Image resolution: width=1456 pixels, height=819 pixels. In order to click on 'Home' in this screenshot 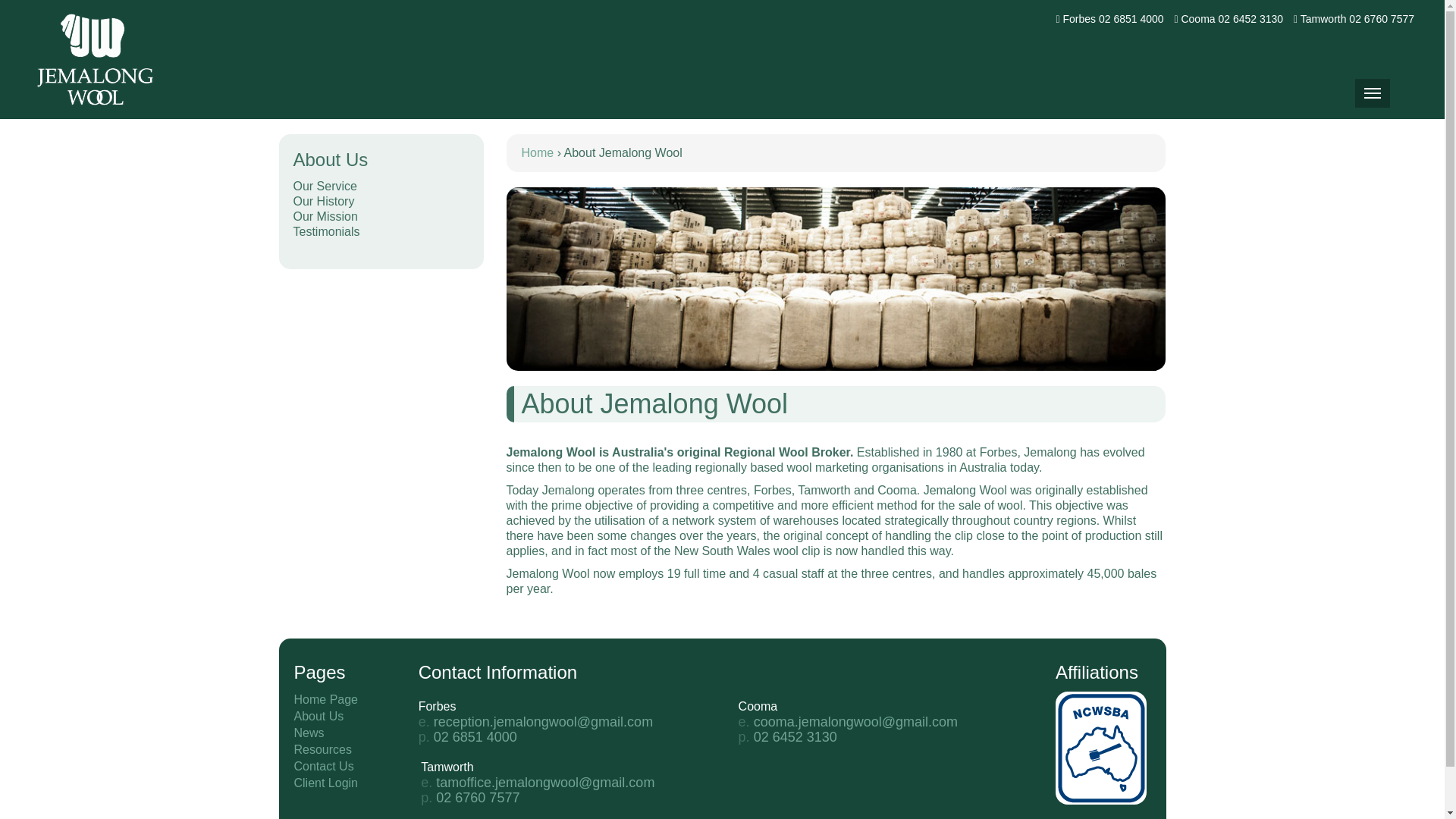, I will do `click(538, 152)`.